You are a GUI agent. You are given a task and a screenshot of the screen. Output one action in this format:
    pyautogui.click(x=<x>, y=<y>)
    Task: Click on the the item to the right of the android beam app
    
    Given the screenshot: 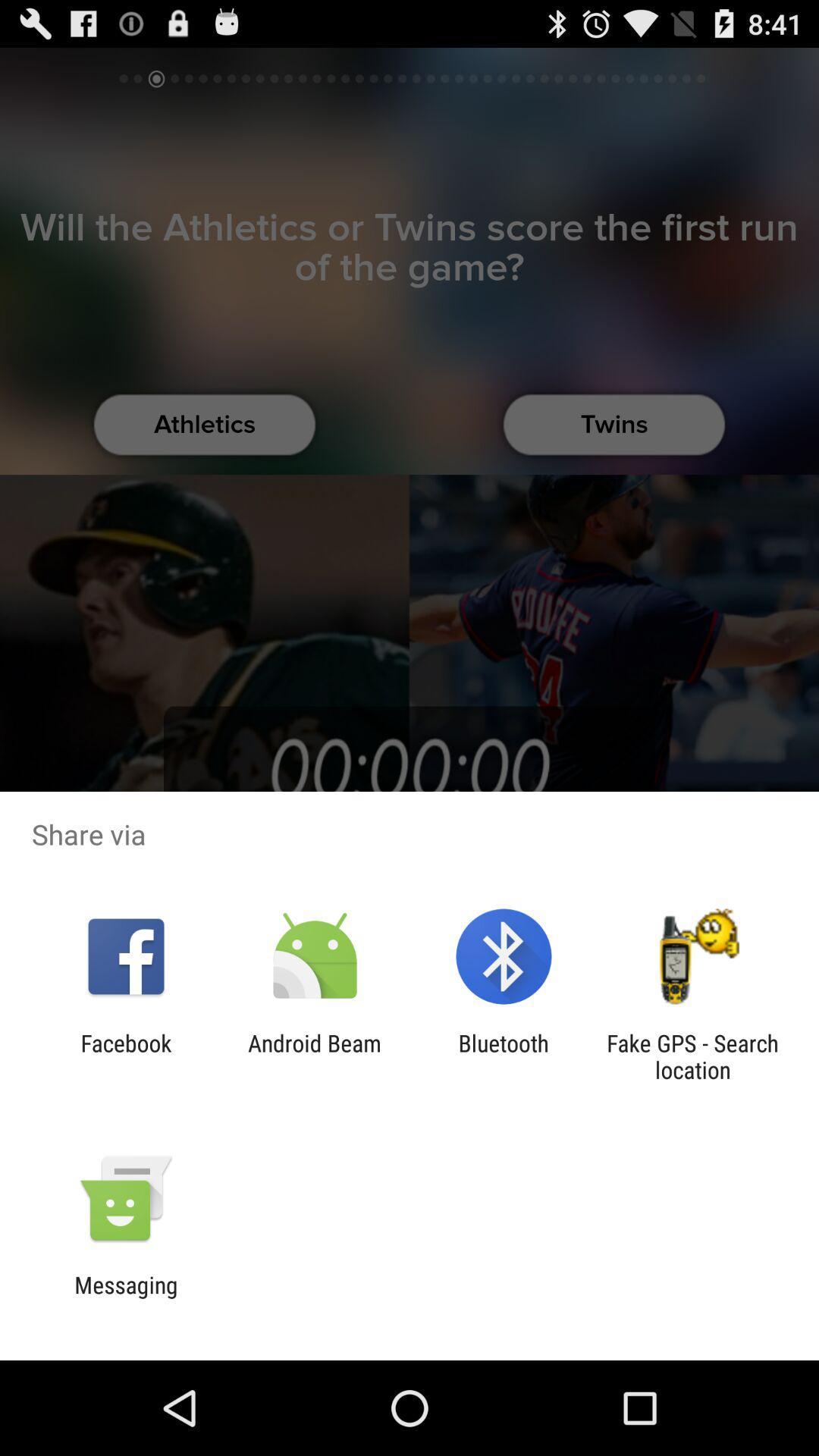 What is the action you would take?
    pyautogui.click(x=504, y=1056)
    